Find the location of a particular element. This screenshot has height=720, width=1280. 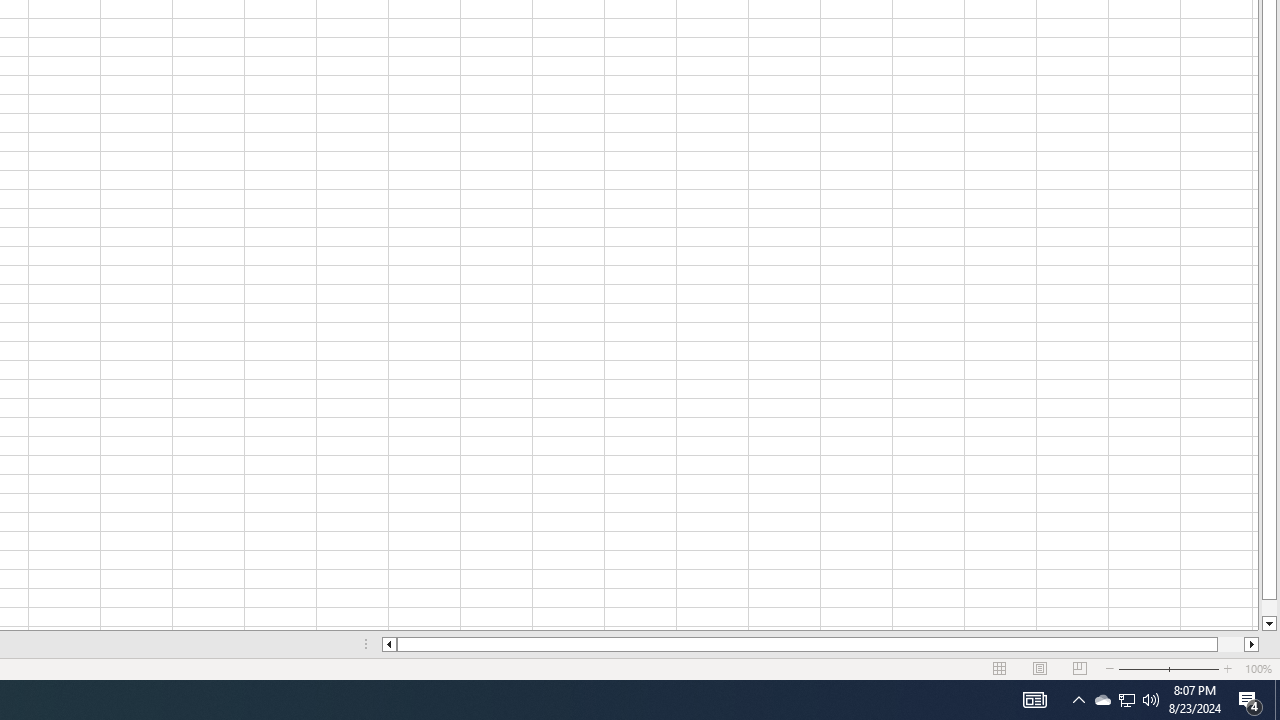

'Column left' is located at coordinates (388, 644).